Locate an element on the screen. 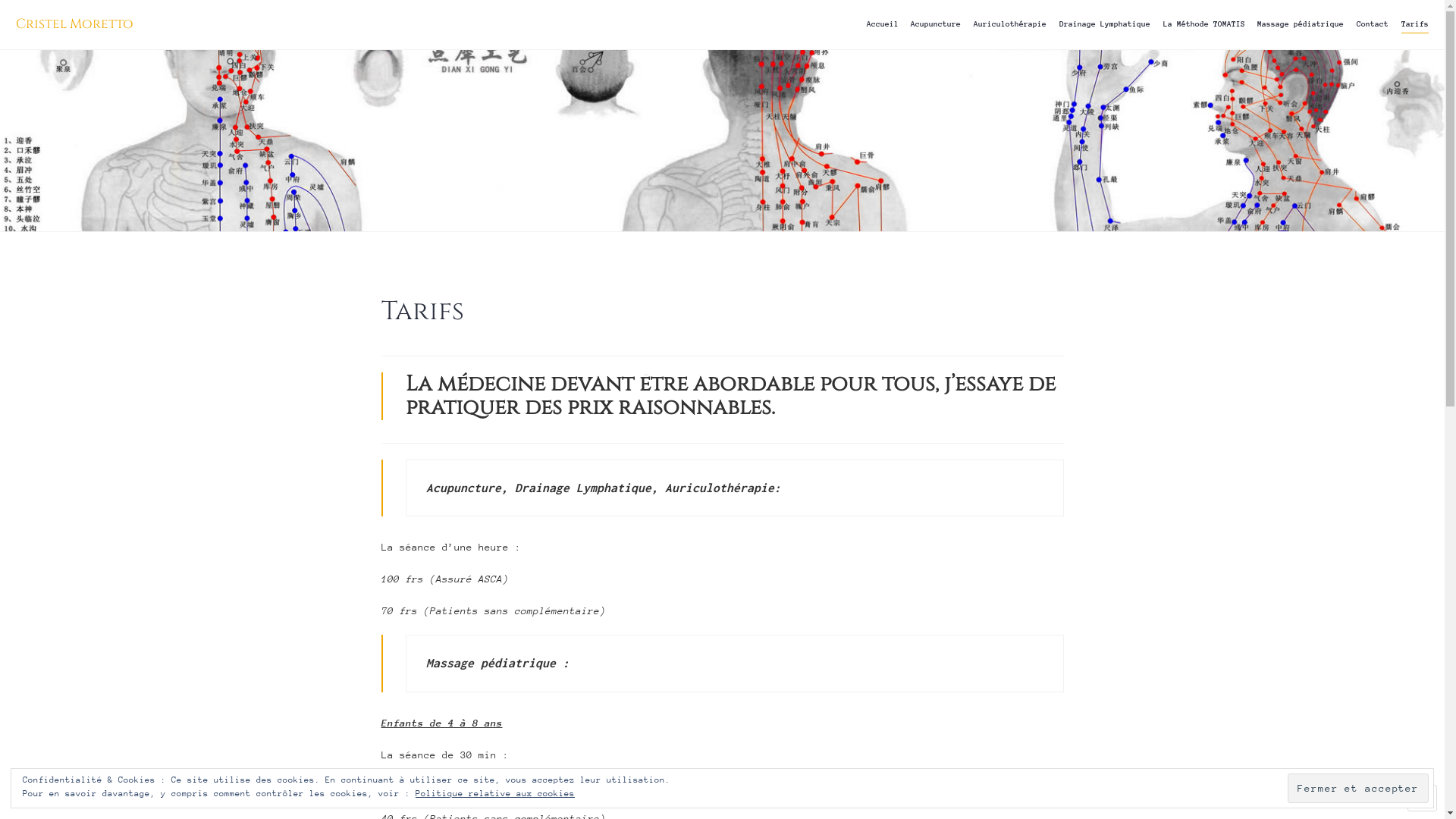  'Tarifs' is located at coordinates (1414, 24).